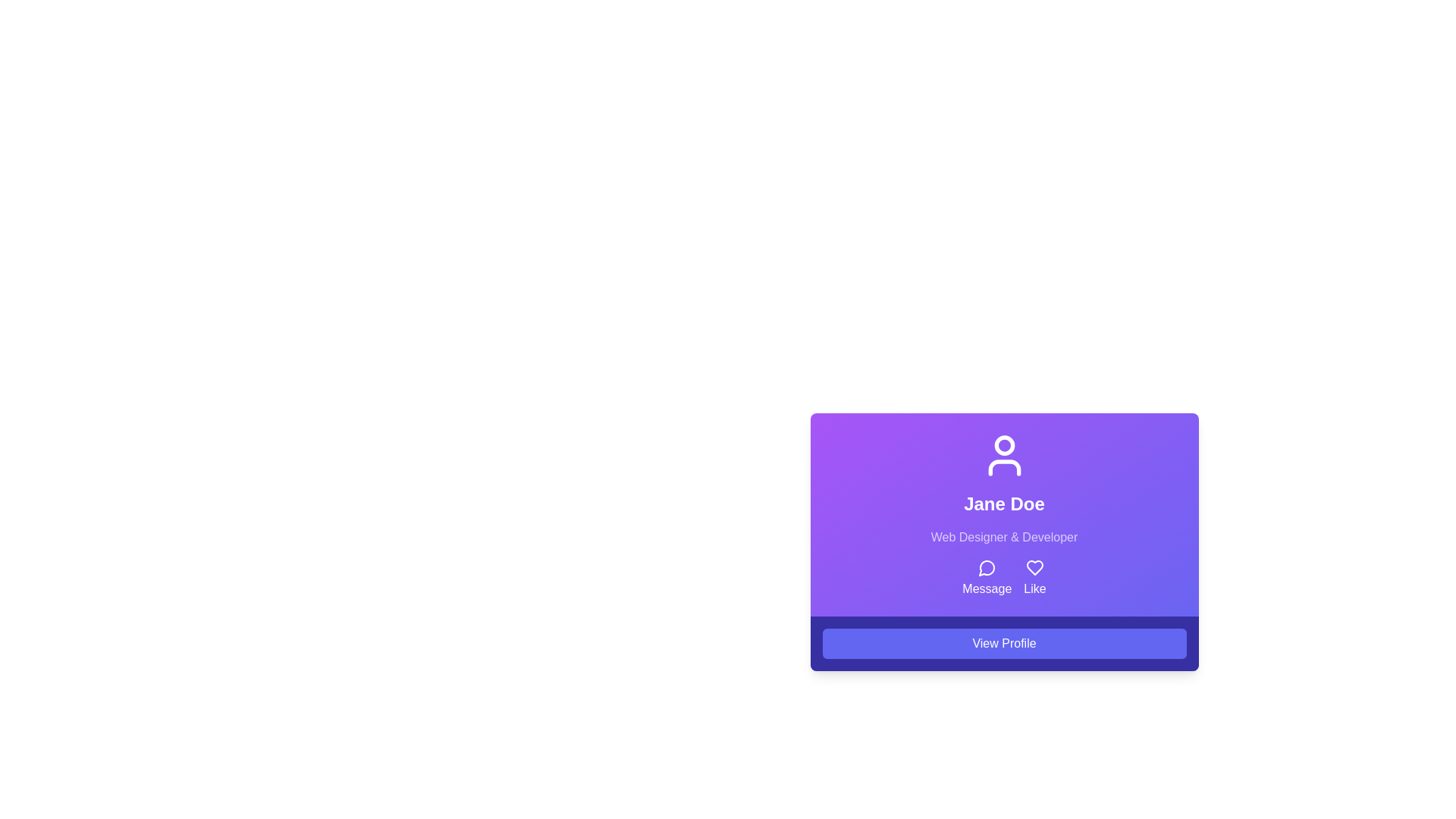 Image resolution: width=1456 pixels, height=819 pixels. What do you see at coordinates (1004, 643) in the screenshot?
I see `the unique navigational button located at the middle bottom of the profile card` at bounding box center [1004, 643].